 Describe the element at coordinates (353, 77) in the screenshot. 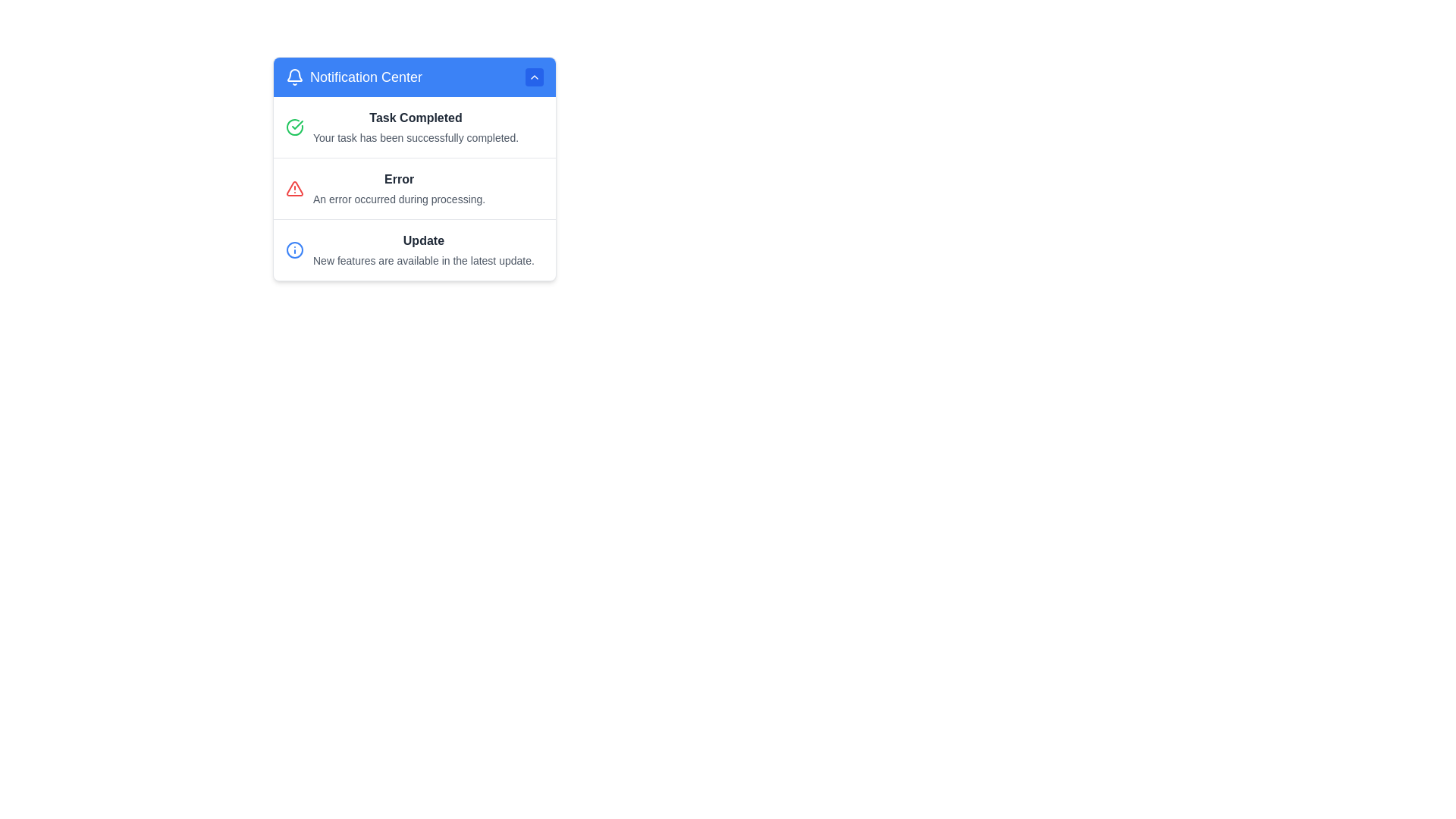

I see `the 'Notification Center' text label with a bell icon located in the top header bar, which has a blue background and white text` at that location.